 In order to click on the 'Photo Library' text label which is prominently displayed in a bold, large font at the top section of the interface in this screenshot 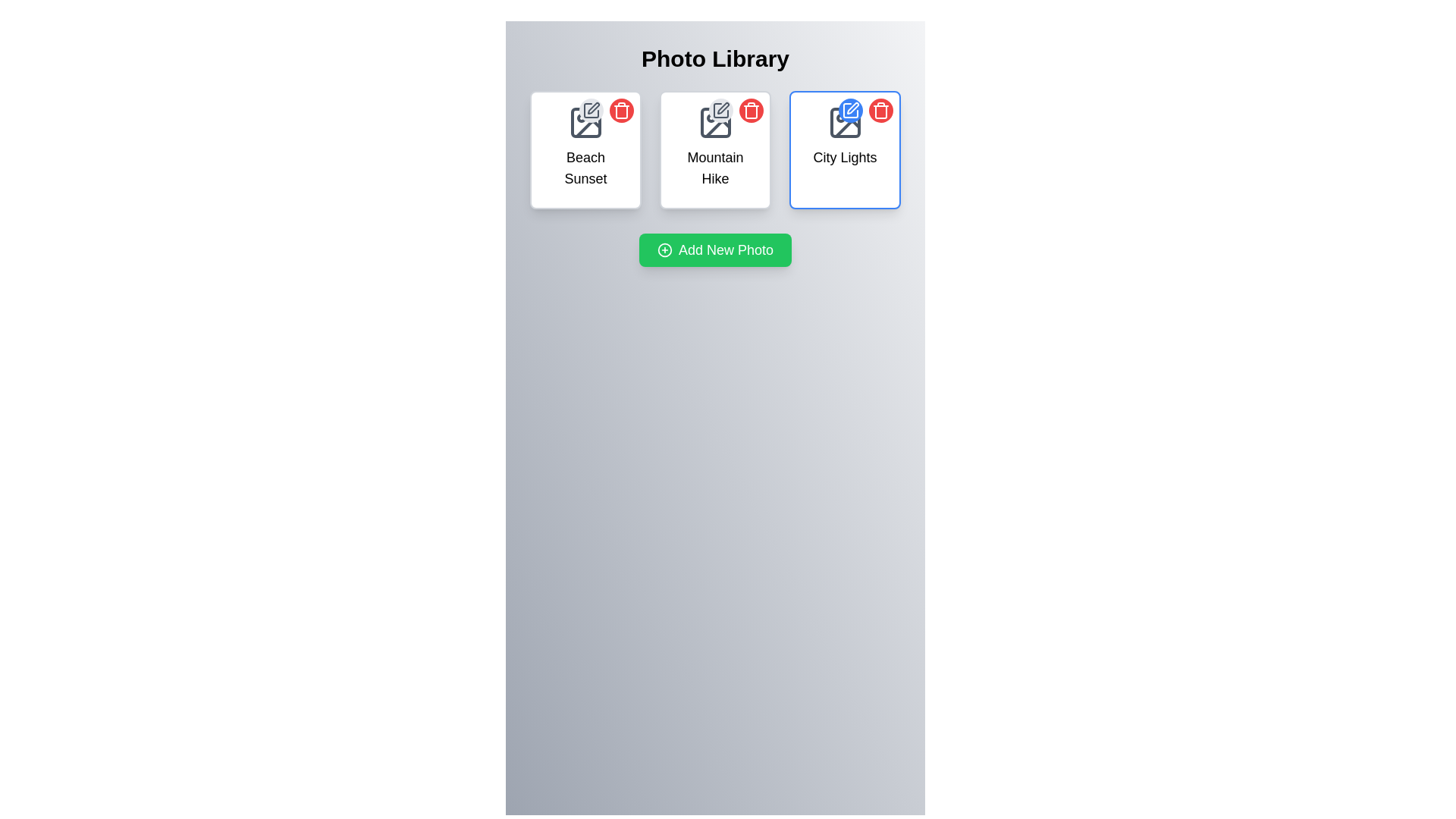, I will do `click(714, 58)`.